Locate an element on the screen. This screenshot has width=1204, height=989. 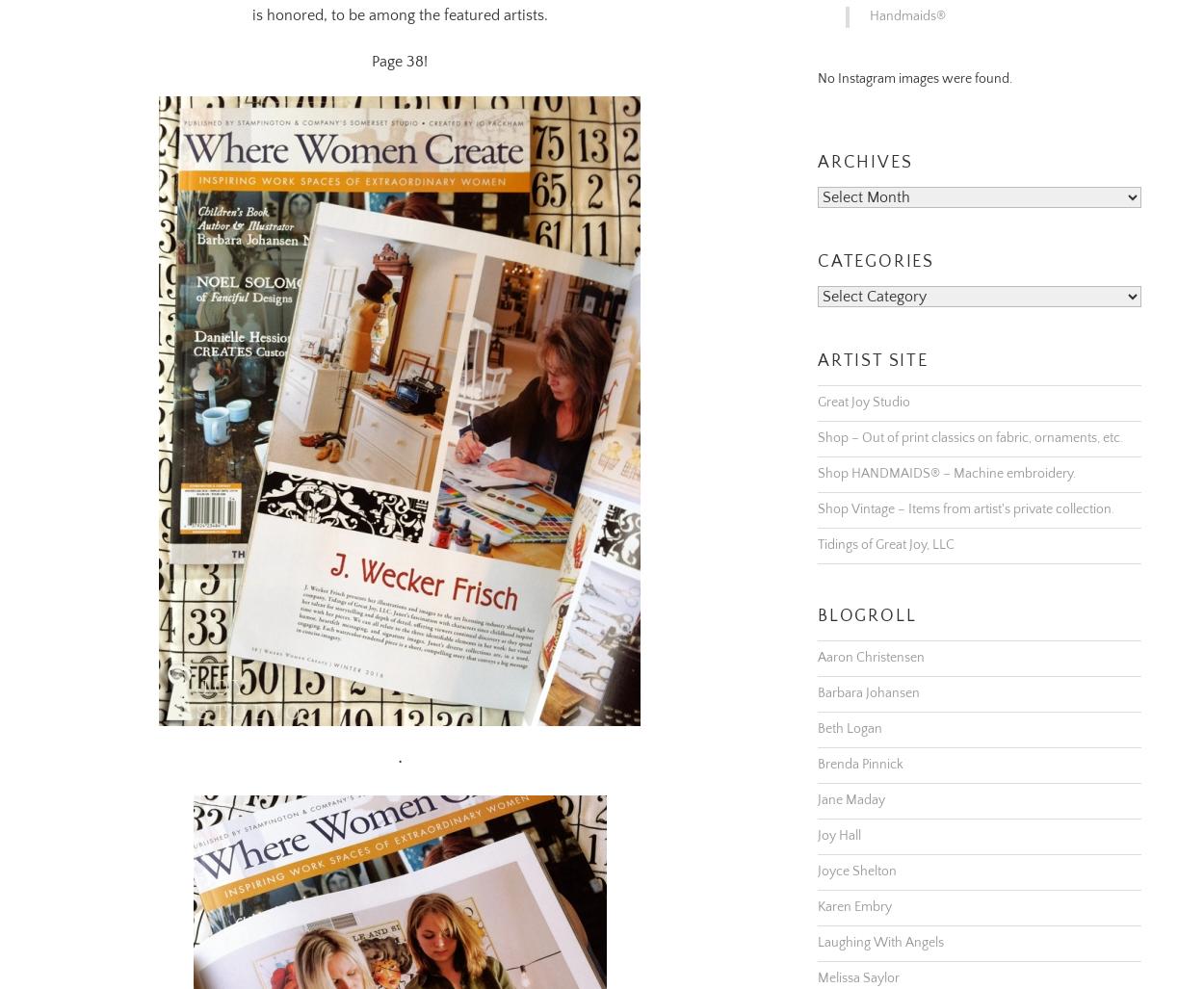
'Tidings of Great Joy, LLC' is located at coordinates (886, 520).